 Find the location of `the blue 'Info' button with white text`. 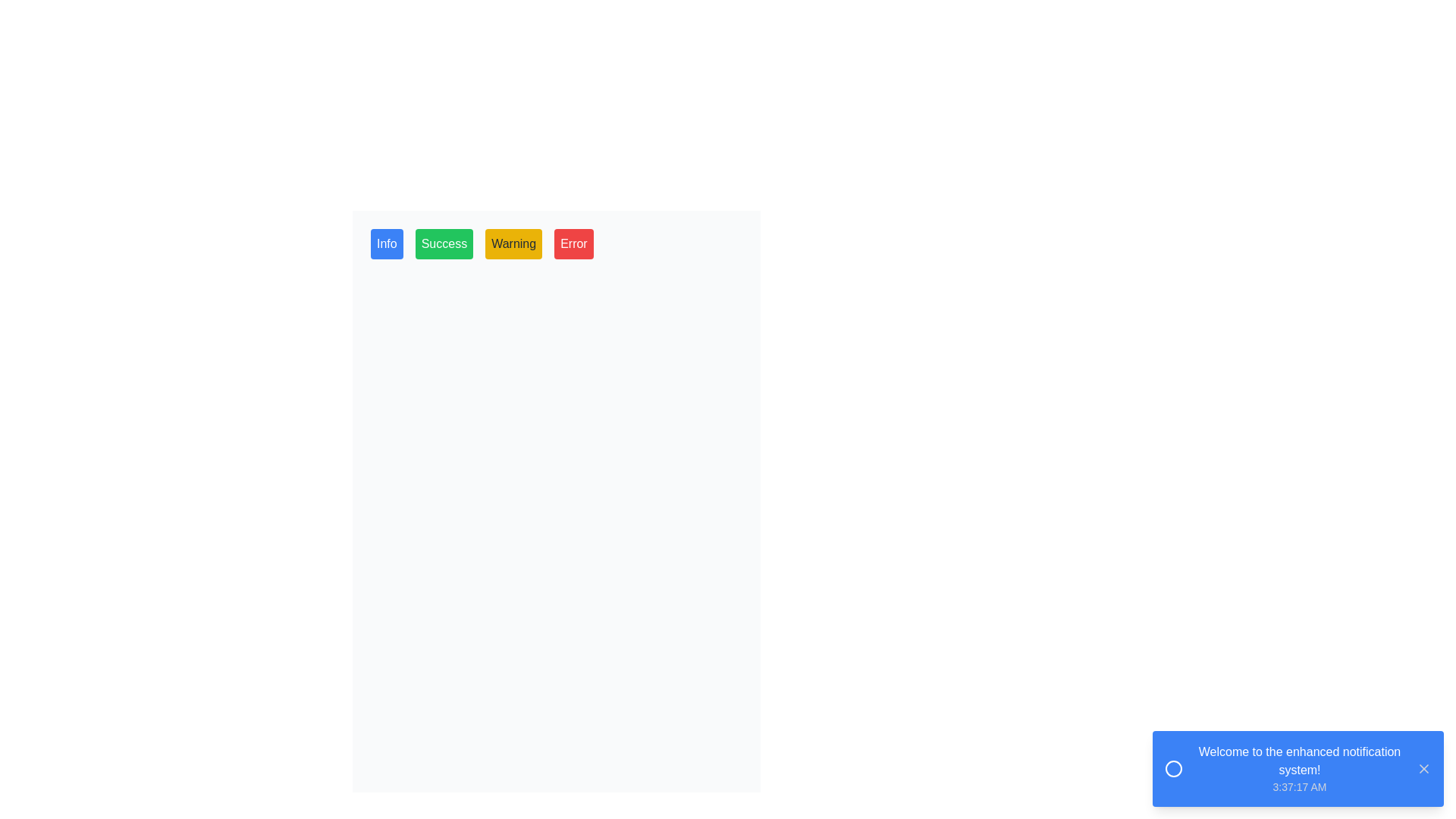

the blue 'Info' button with white text is located at coordinates (387, 243).